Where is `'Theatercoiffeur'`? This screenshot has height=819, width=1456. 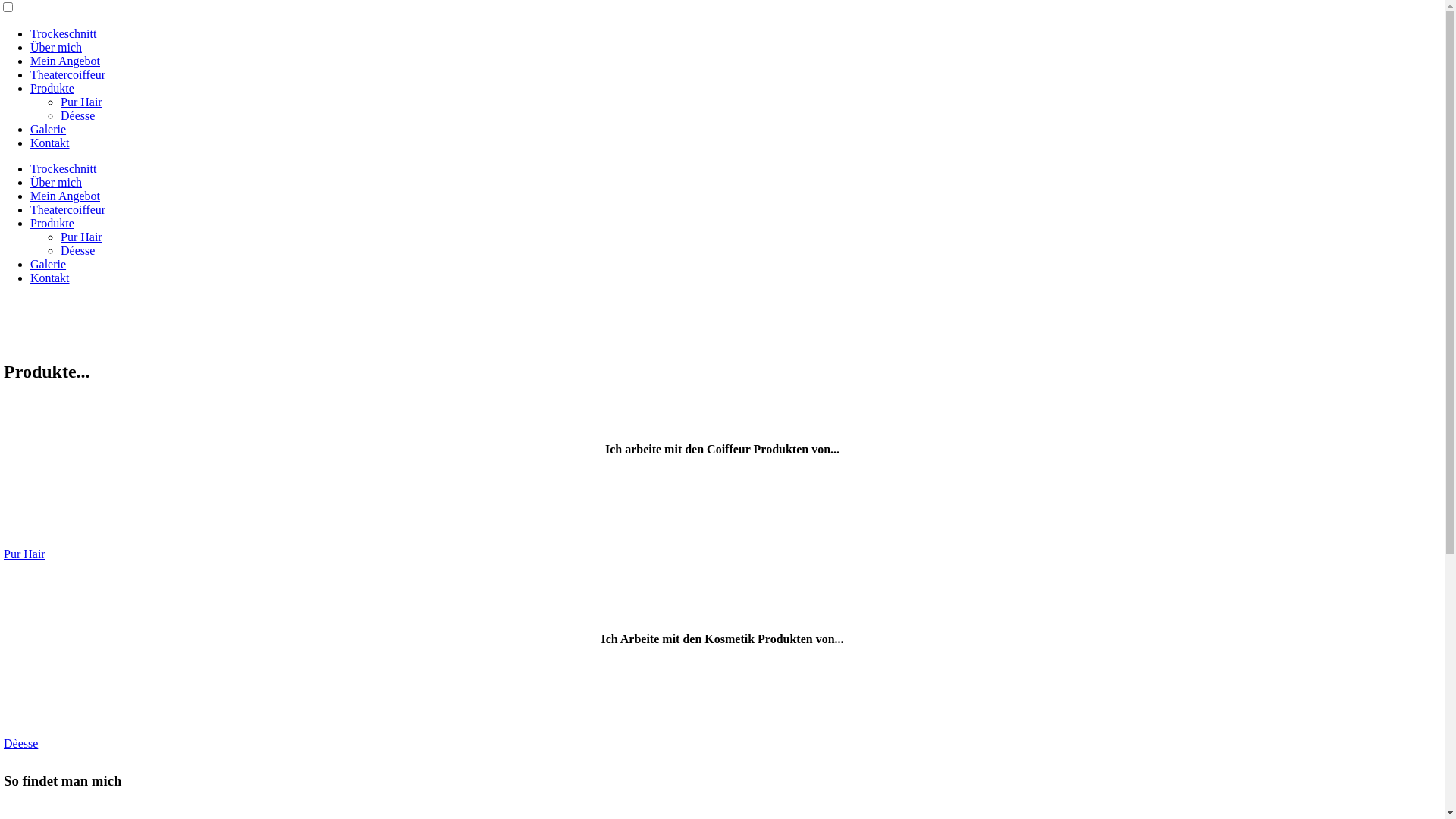 'Theatercoiffeur' is located at coordinates (67, 209).